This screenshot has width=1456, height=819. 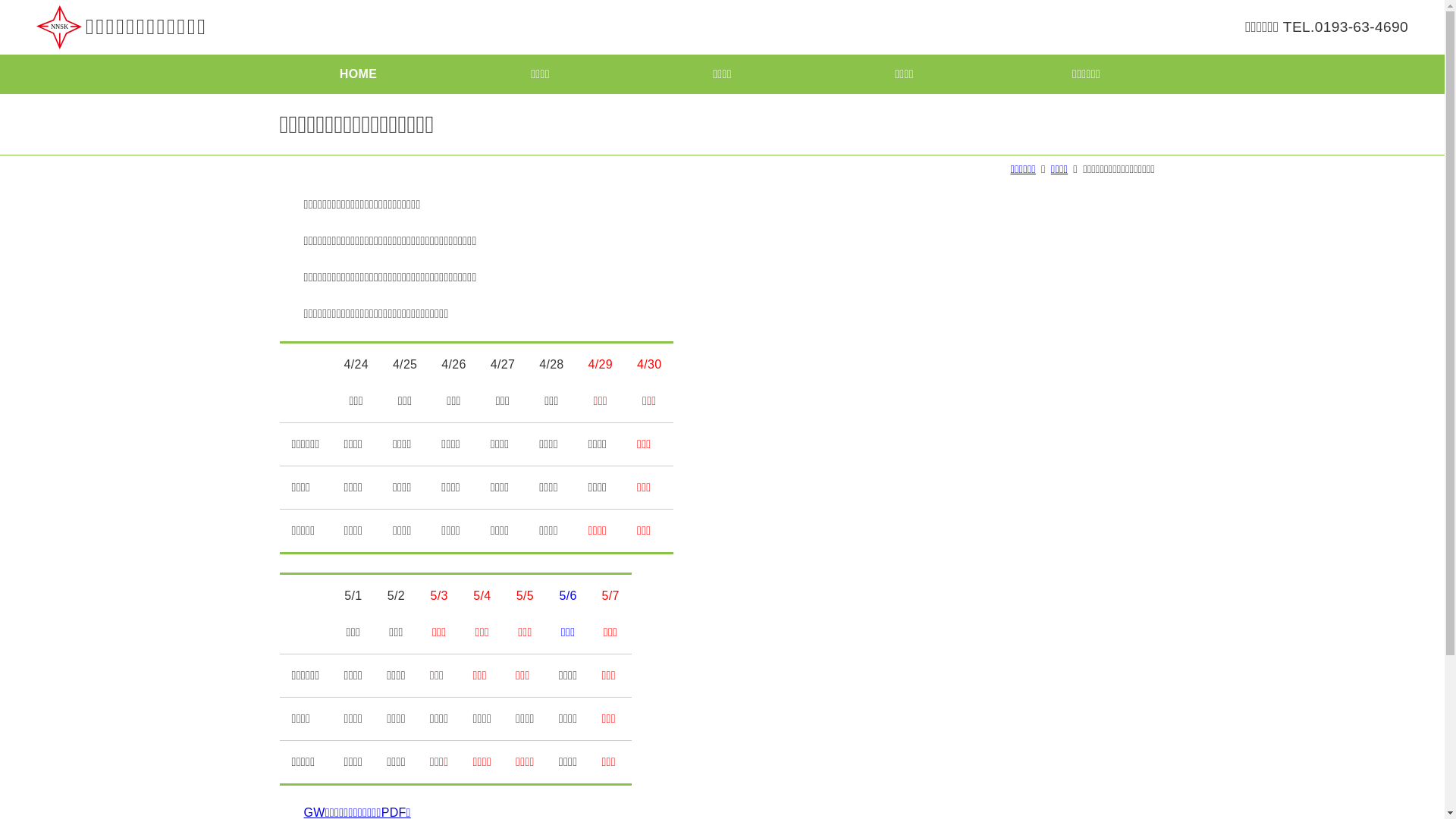 What do you see at coordinates (356, 74) in the screenshot?
I see `'HOME'` at bounding box center [356, 74].